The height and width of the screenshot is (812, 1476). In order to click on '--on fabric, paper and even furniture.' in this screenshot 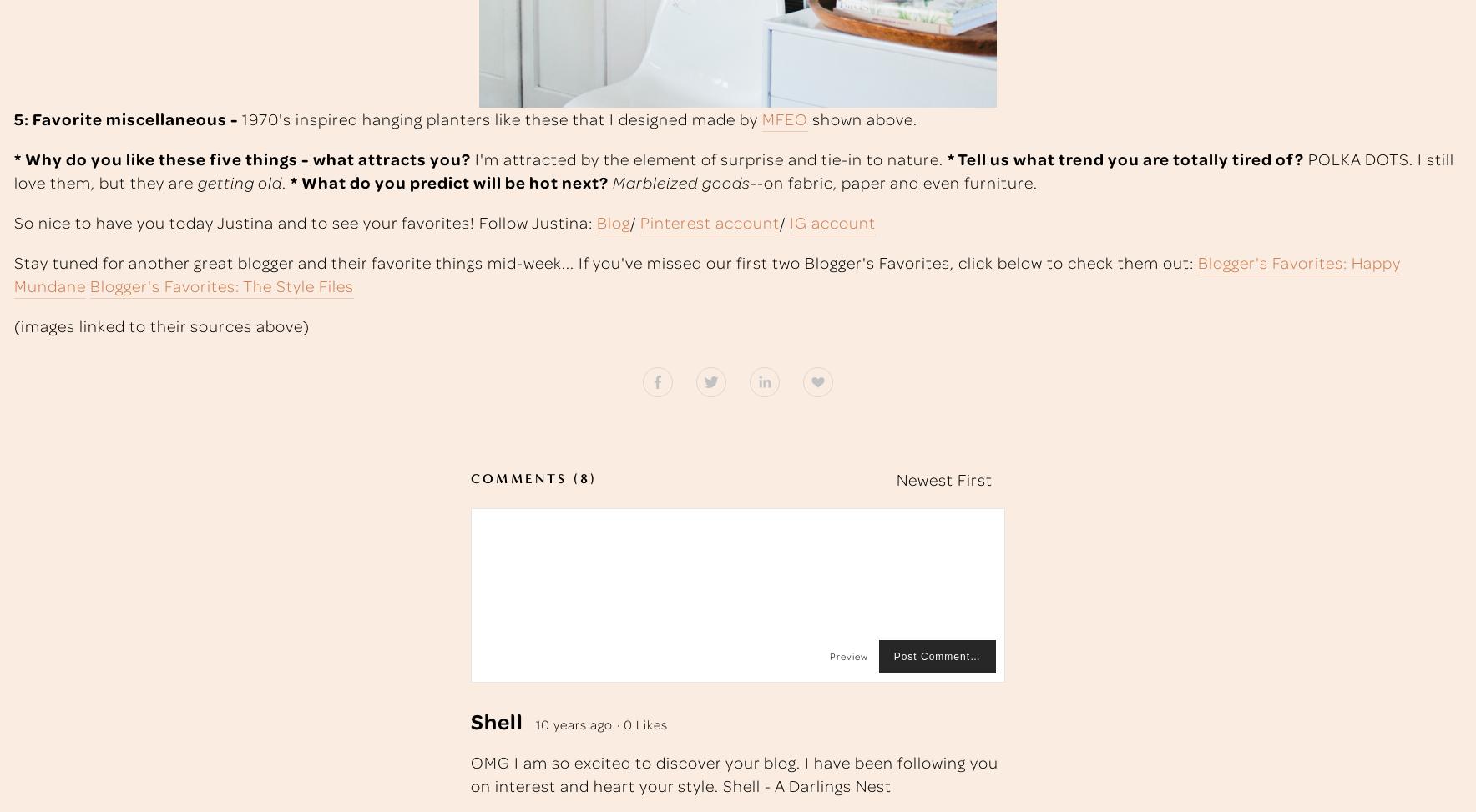, I will do `click(893, 180)`.